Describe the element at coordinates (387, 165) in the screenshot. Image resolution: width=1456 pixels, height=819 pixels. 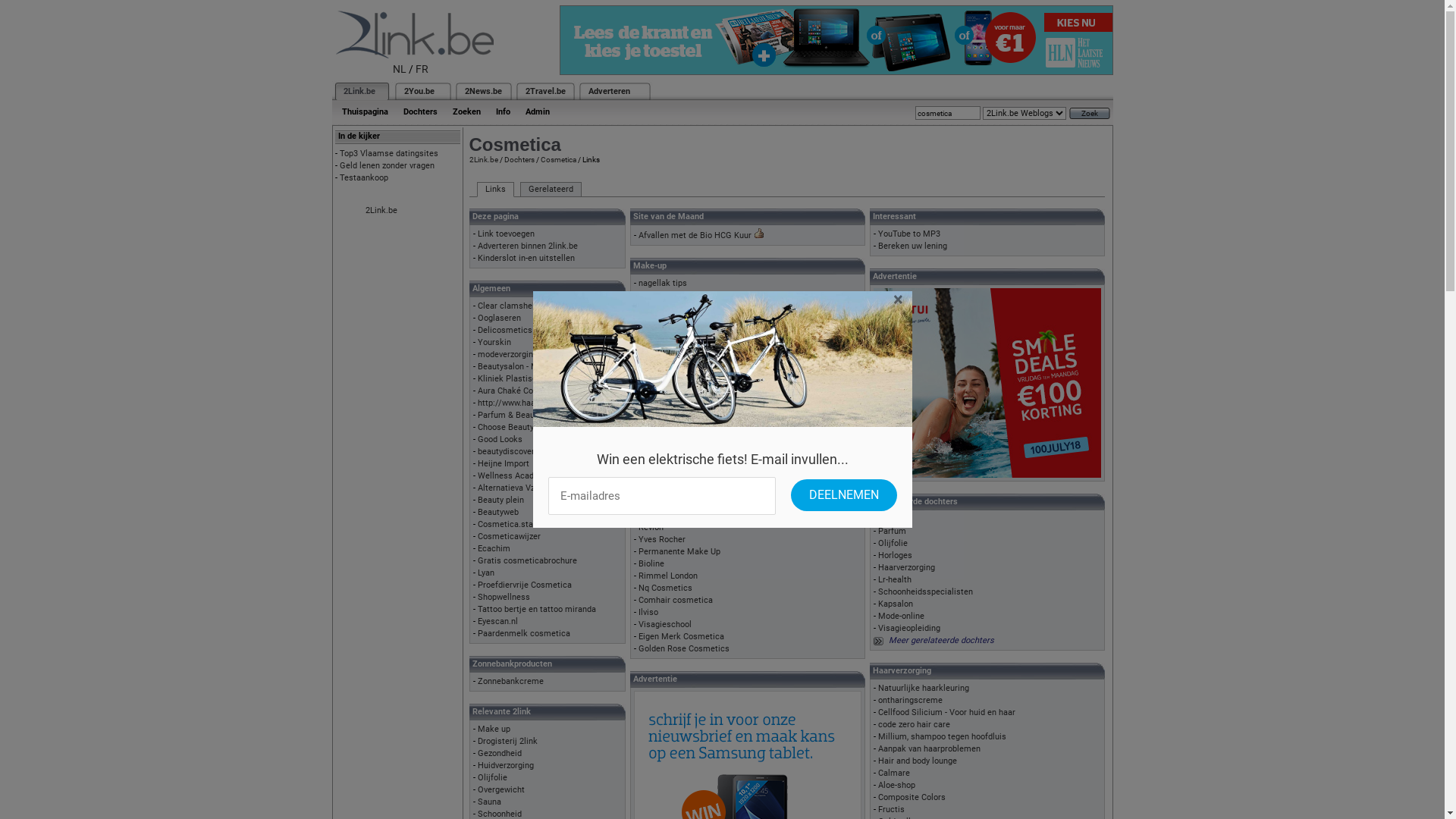
I see `'Geld lenen zonder vragen'` at that location.